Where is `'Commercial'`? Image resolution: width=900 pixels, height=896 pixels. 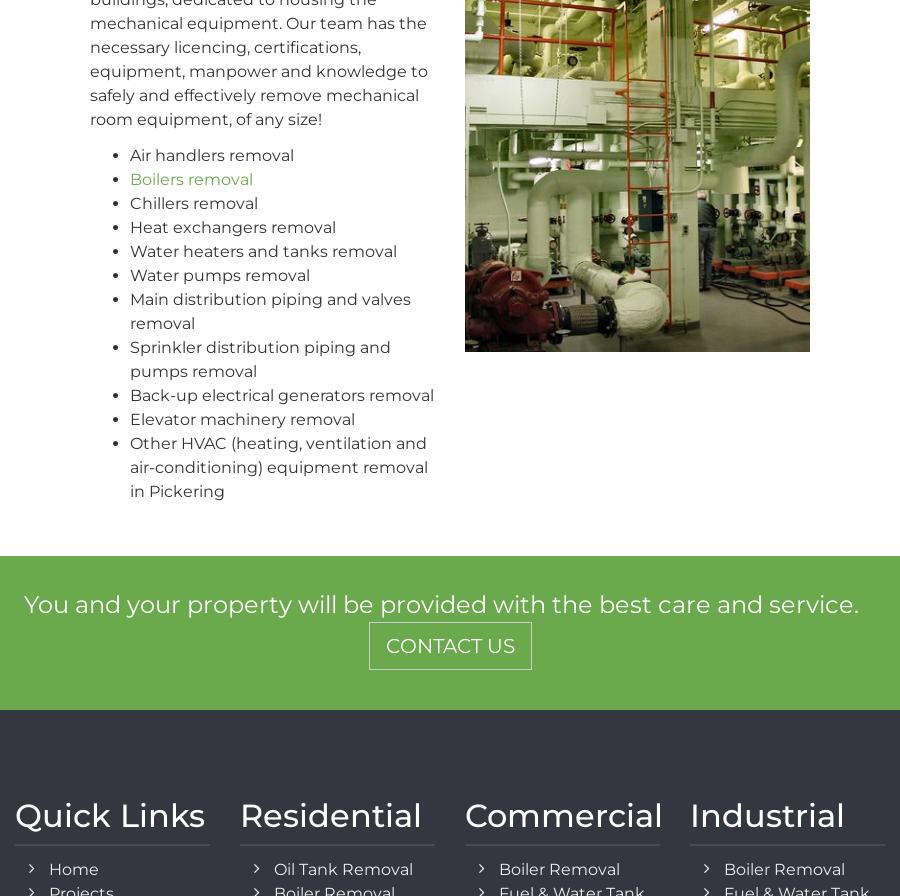
'Commercial' is located at coordinates (464, 815).